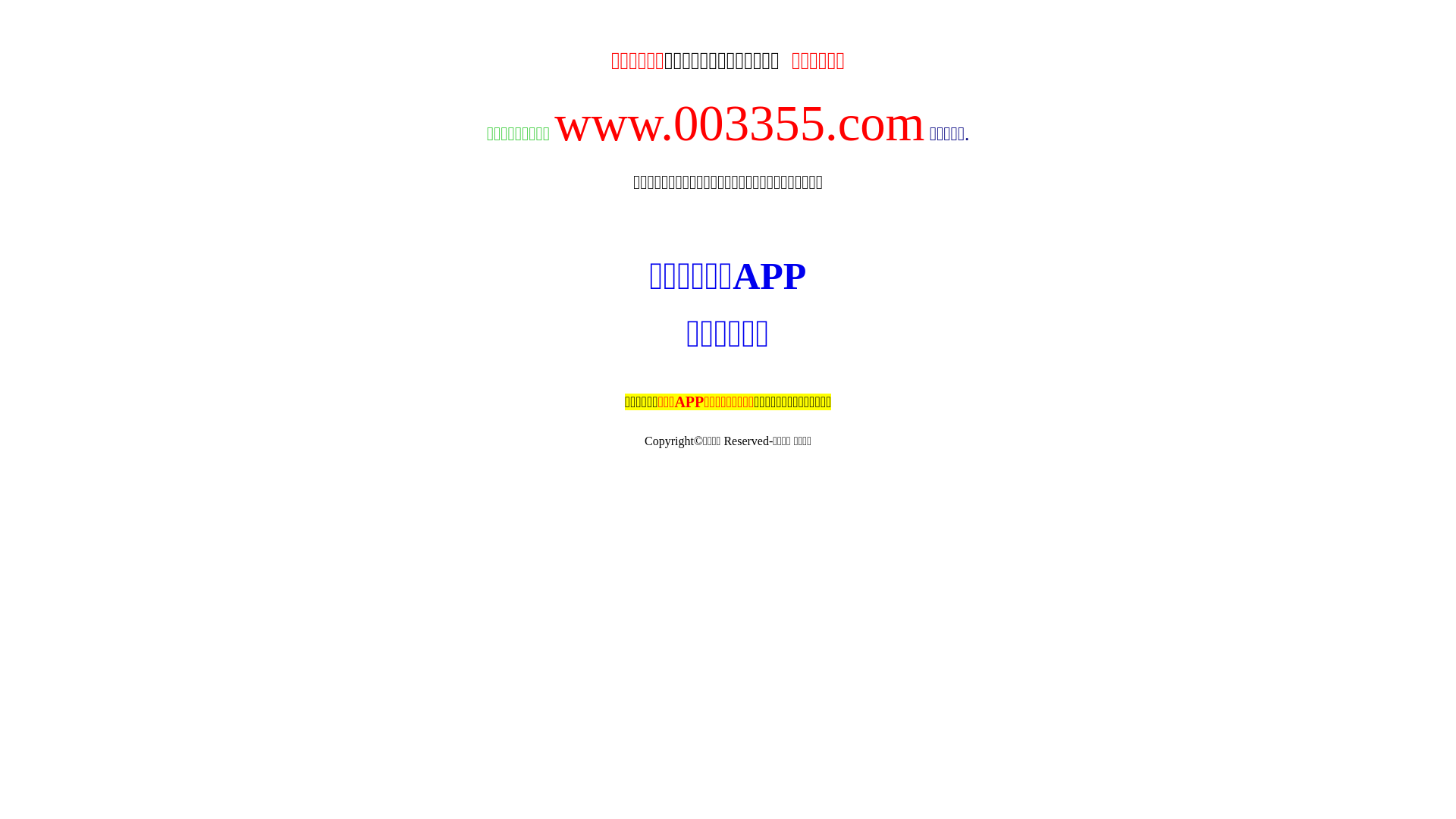 This screenshot has width=1456, height=819. I want to click on 'www.003355.com', so click(739, 122).